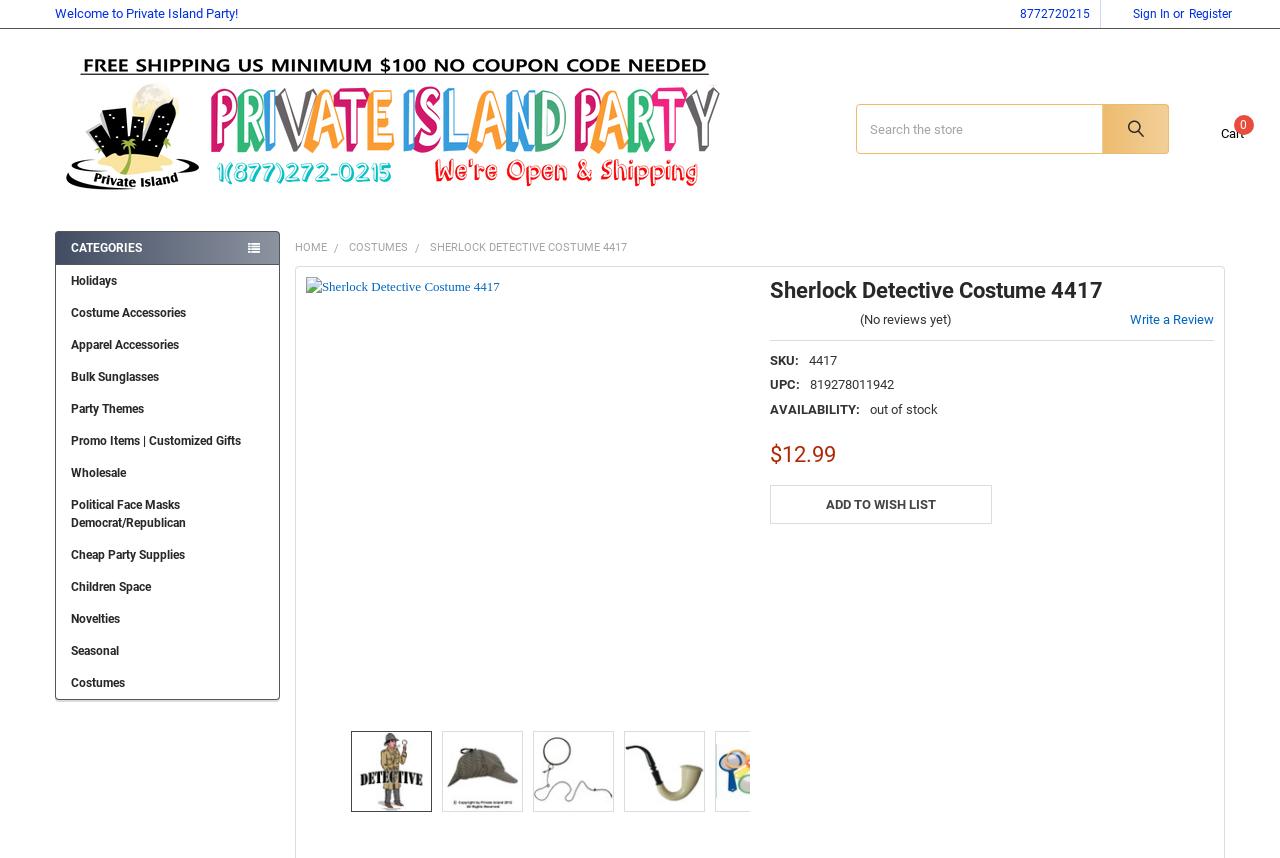 The width and height of the screenshot is (1280, 858). What do you see at coordinates (144, 13) in the screenshot?
I see `'Welcome to Private Island Party!'` at bounding box center [144, 13].